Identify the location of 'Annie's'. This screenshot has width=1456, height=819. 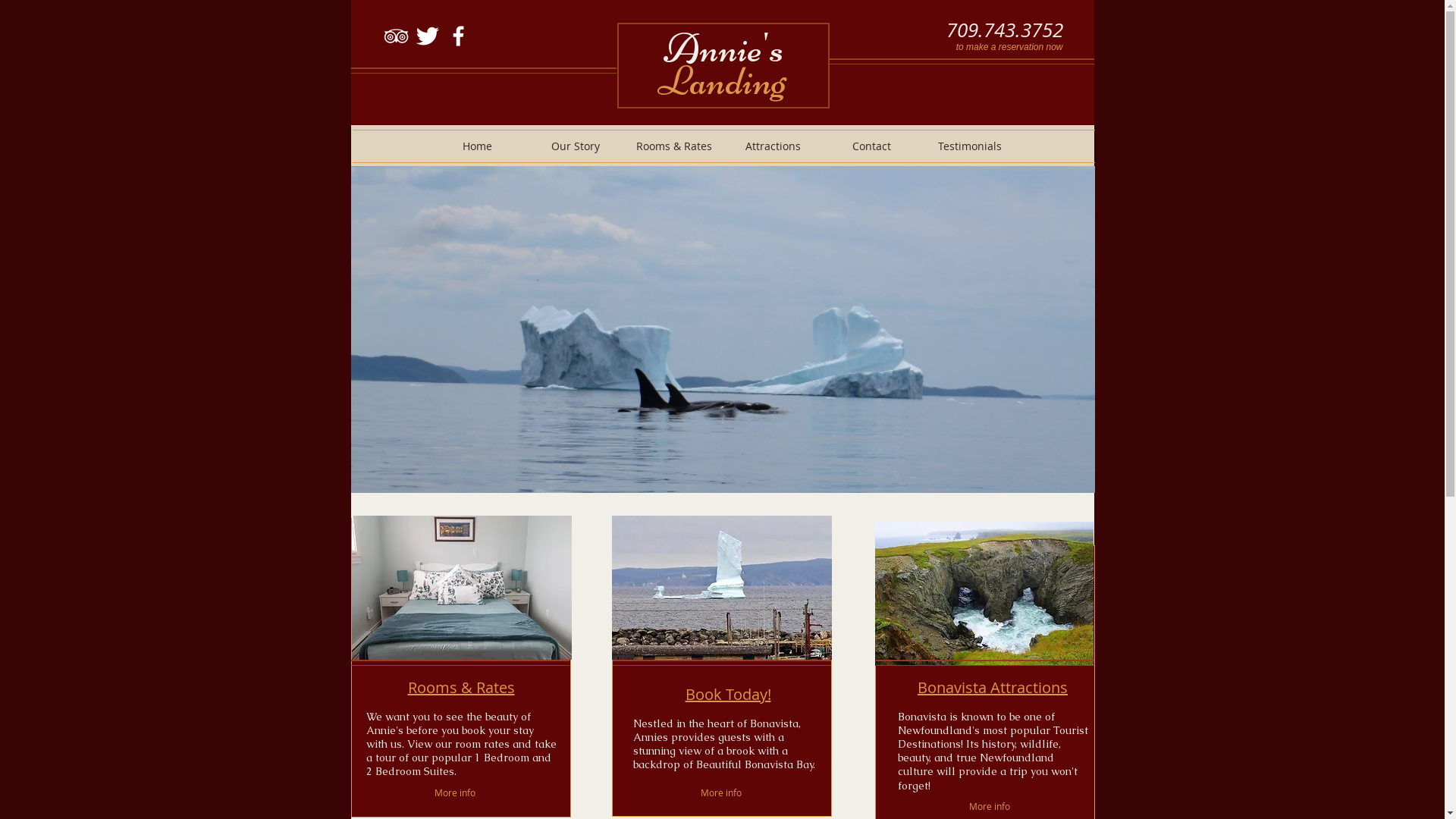
(723, 47).